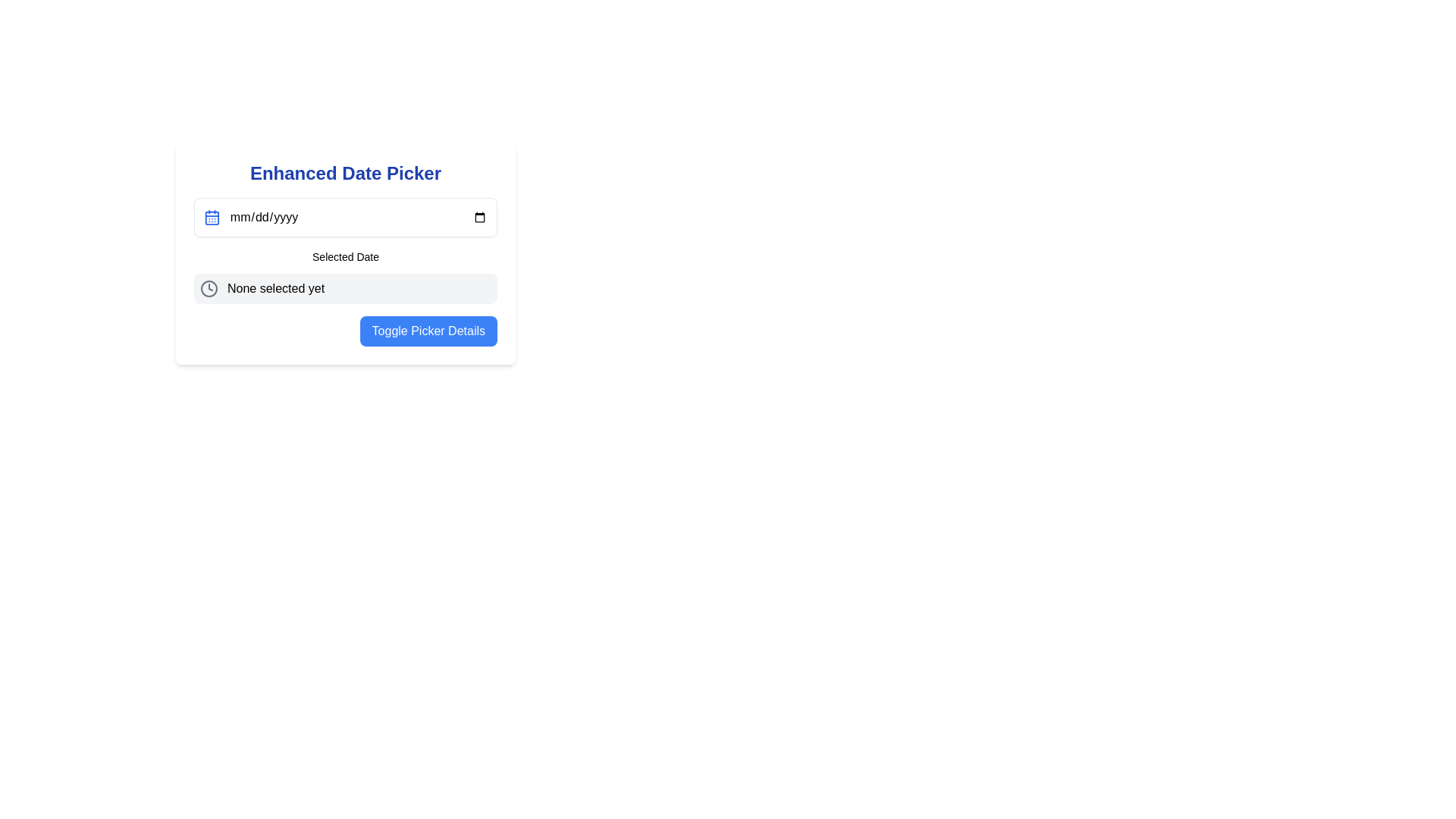 The image size is (1456, 819). I want to click on the small blue calendar icon located at the leftmost part of the date picker interface, so click(211, 217).